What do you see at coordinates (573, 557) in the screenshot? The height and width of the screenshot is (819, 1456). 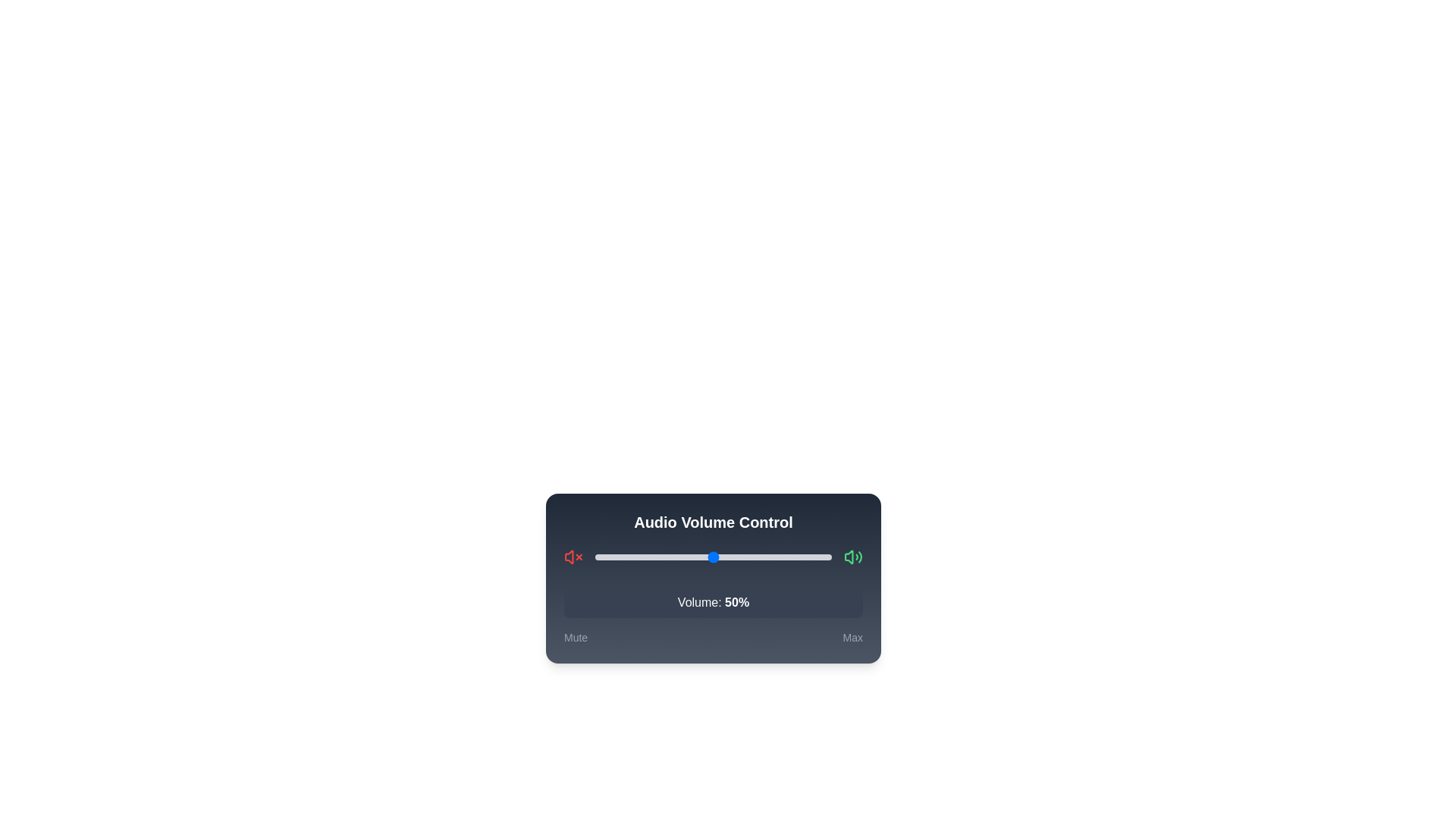 I see `the mute icon to mute the audio` at bounding box center [573, 557].